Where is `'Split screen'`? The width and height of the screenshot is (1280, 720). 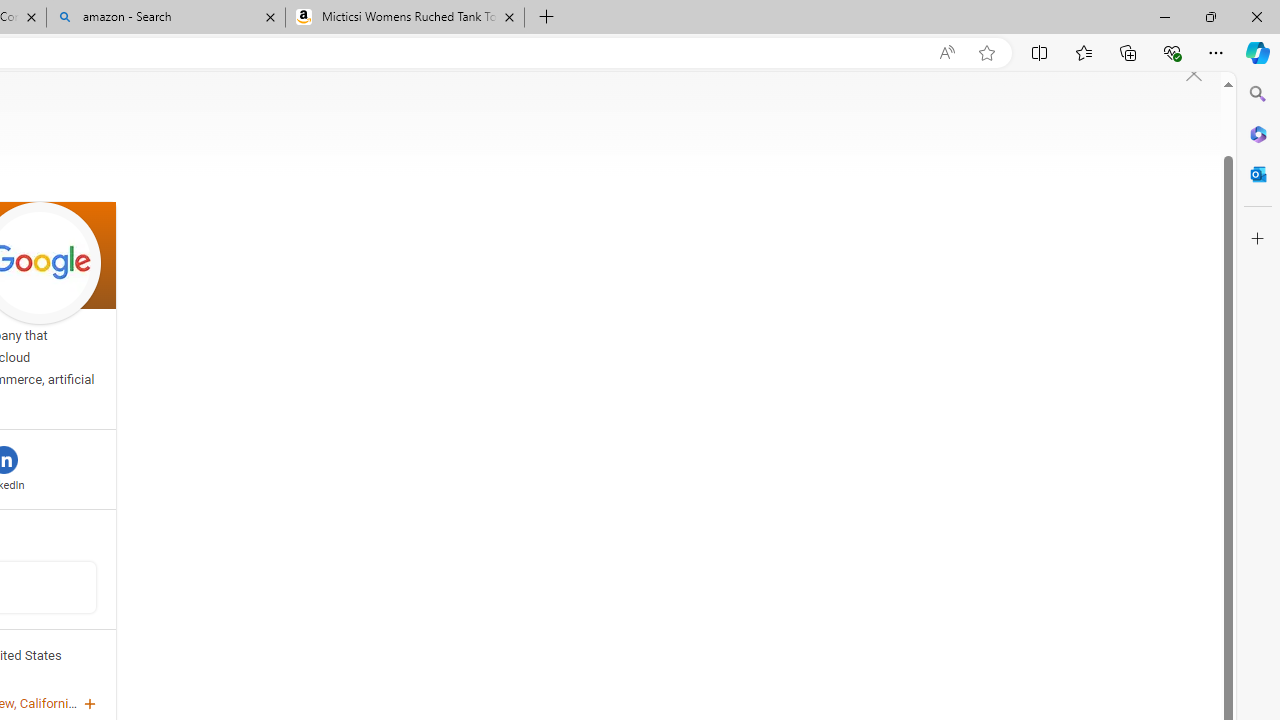
'Split screen' is located at coordinates (1040, 51).